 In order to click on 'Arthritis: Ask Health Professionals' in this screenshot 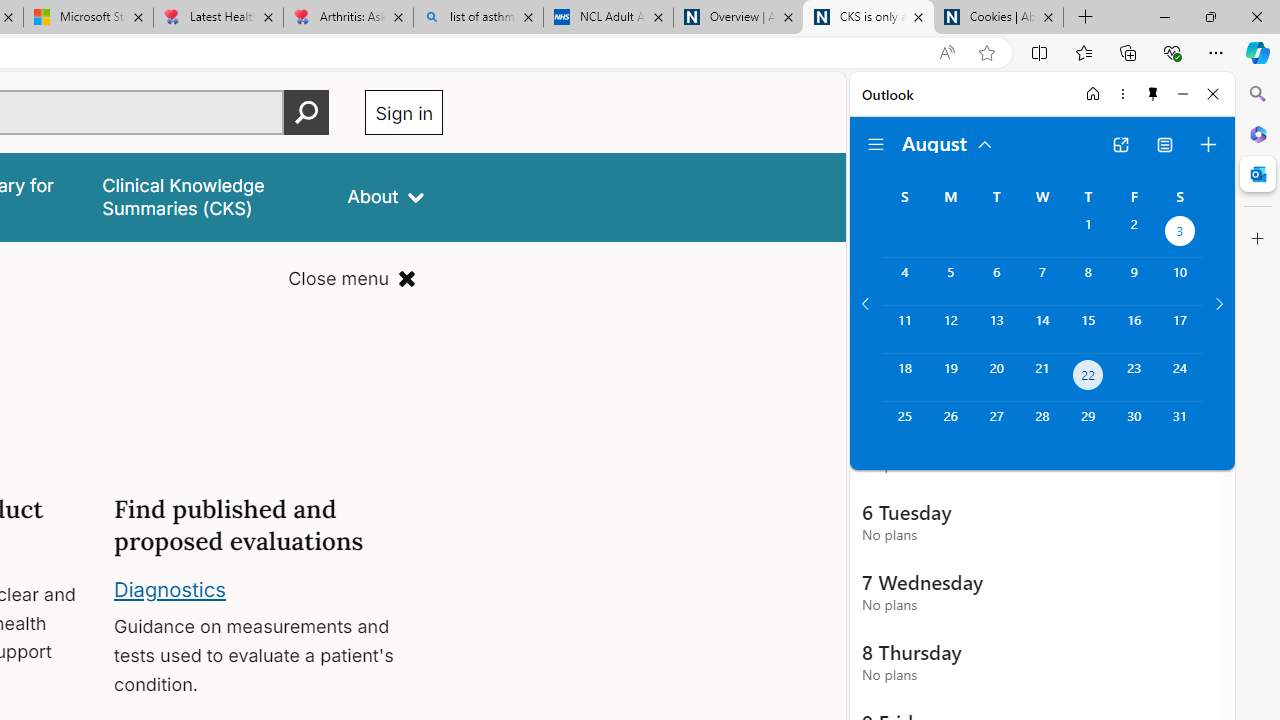, I will do `click(348, 17)`.